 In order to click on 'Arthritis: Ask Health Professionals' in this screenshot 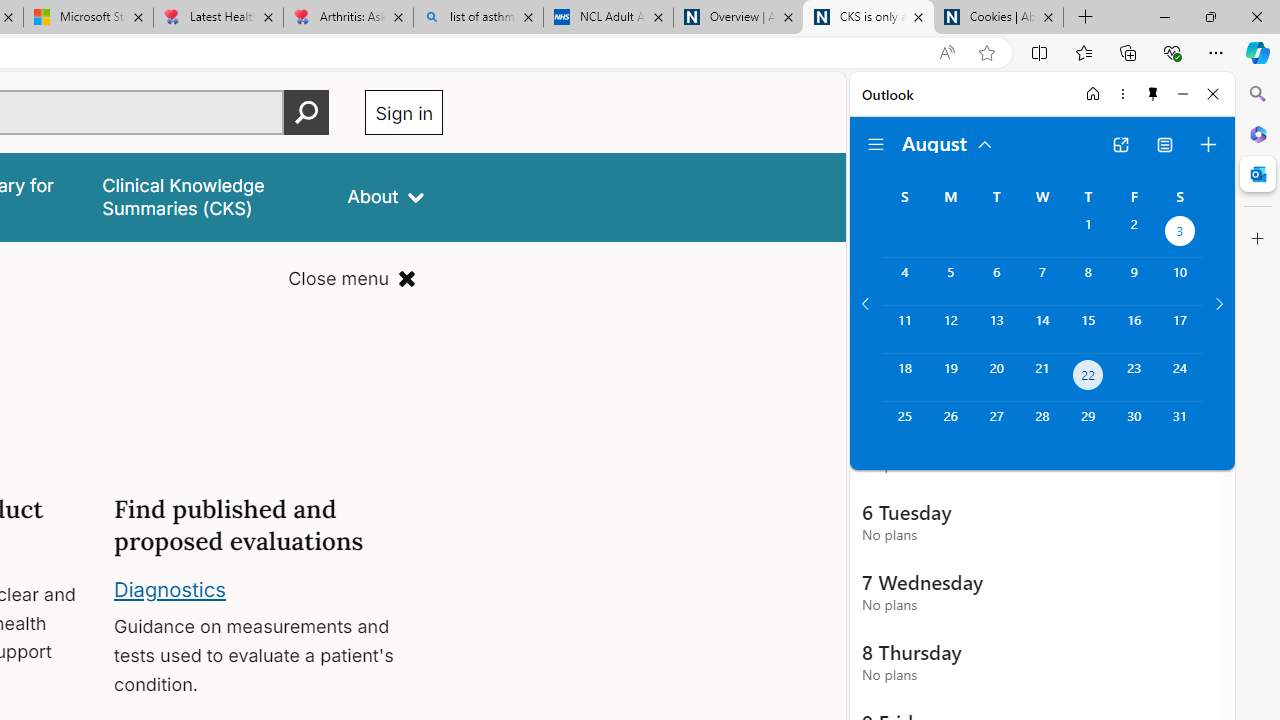, I will do `click(348, 17)`.